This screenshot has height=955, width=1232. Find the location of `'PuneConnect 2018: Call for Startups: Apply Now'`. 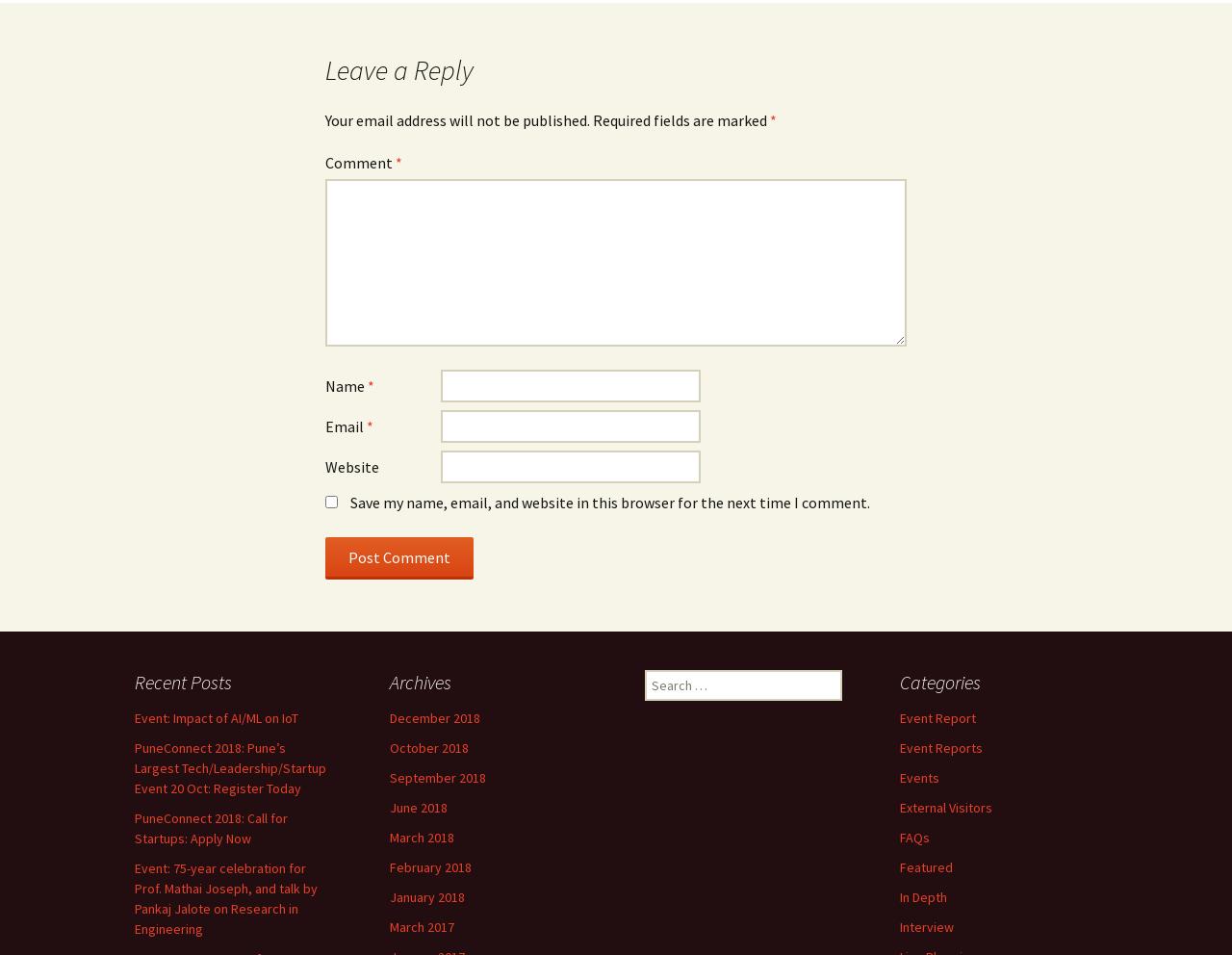

'PuneConnect 2018: Call for Startups: Apply Now' is located at coordinates (211, 827).